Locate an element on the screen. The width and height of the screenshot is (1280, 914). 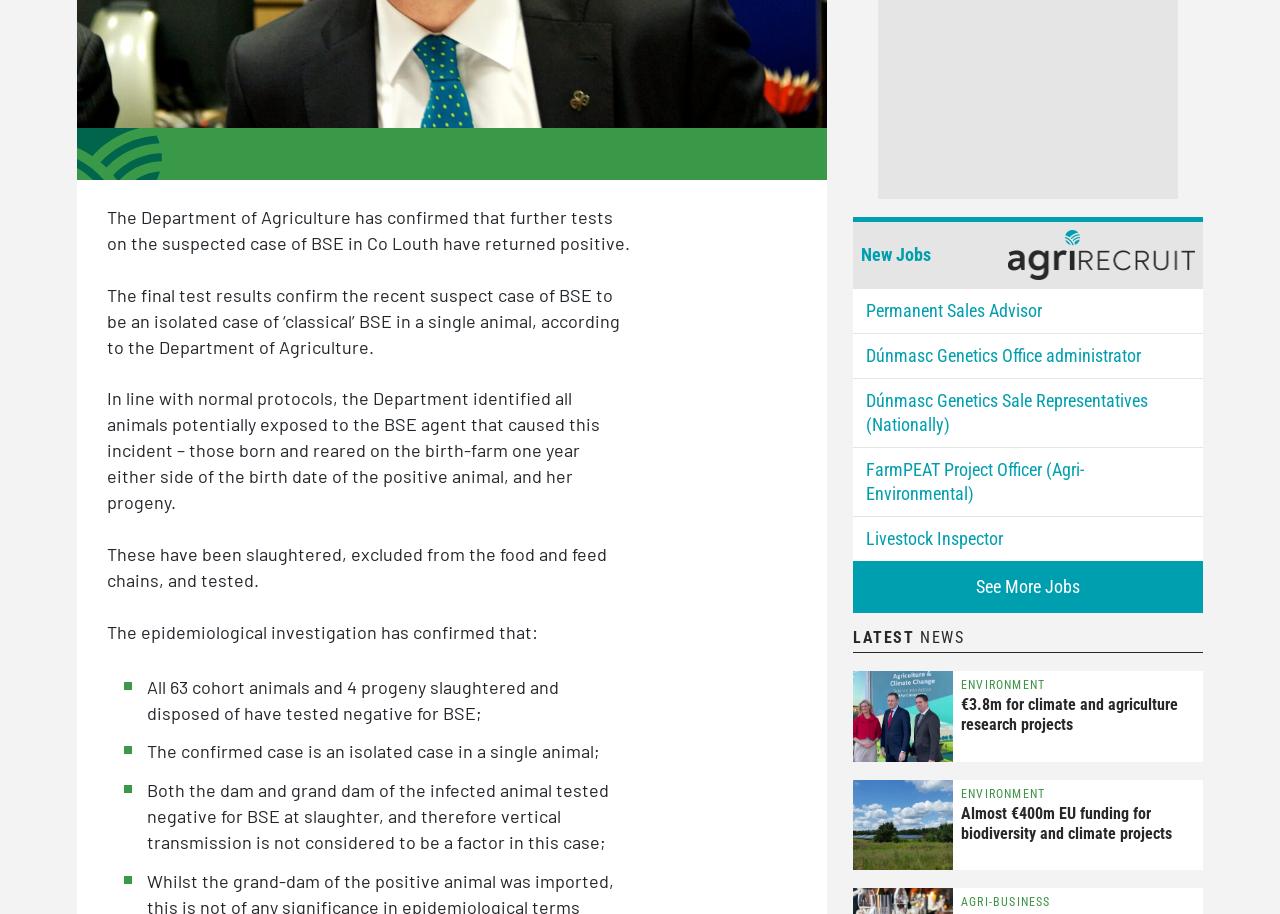
'Permanent Sales Advisor' is located at coordinates (866, 309).